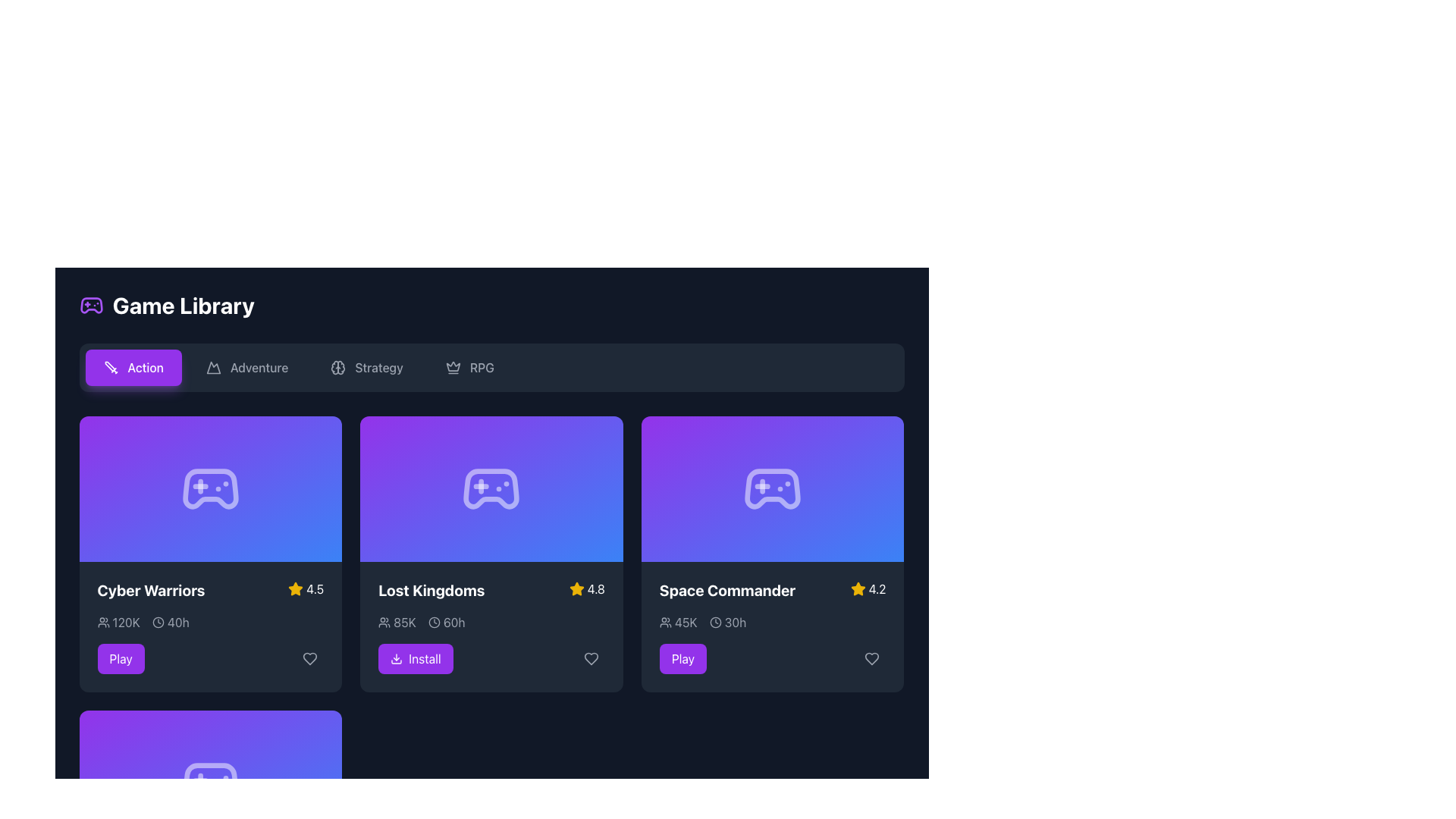  What do you see at coordinates (209, 488) in the screenshot?
I see `the stylized game controller icon located at the top section of the 'Cyber Warriors' card, which is the first card in the grid of game items` at bounding box center [209, 488].